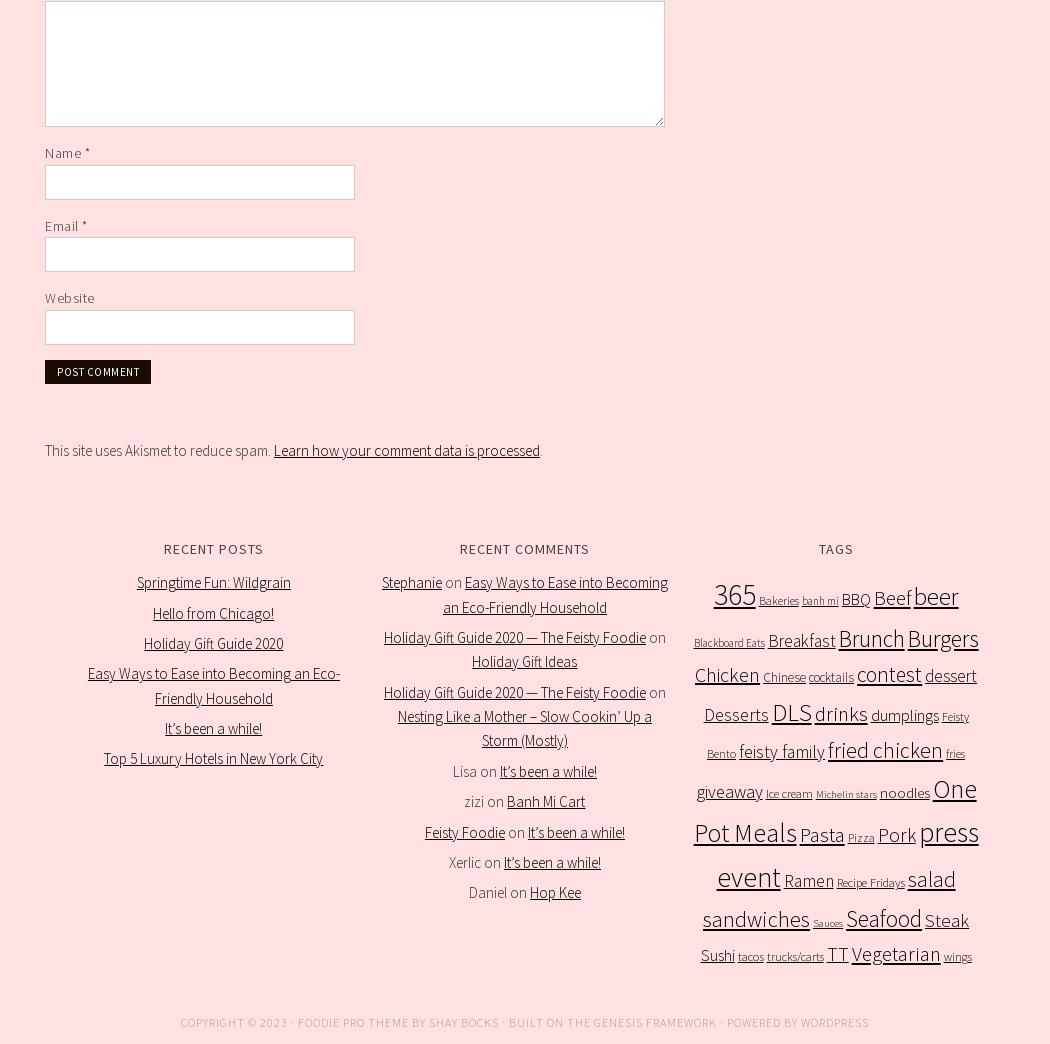 The height and width of the screenshot is (1044, 1050). Describe the element at coordinates (871, 598) in the screenshot. I see `'Beef'` at that location.